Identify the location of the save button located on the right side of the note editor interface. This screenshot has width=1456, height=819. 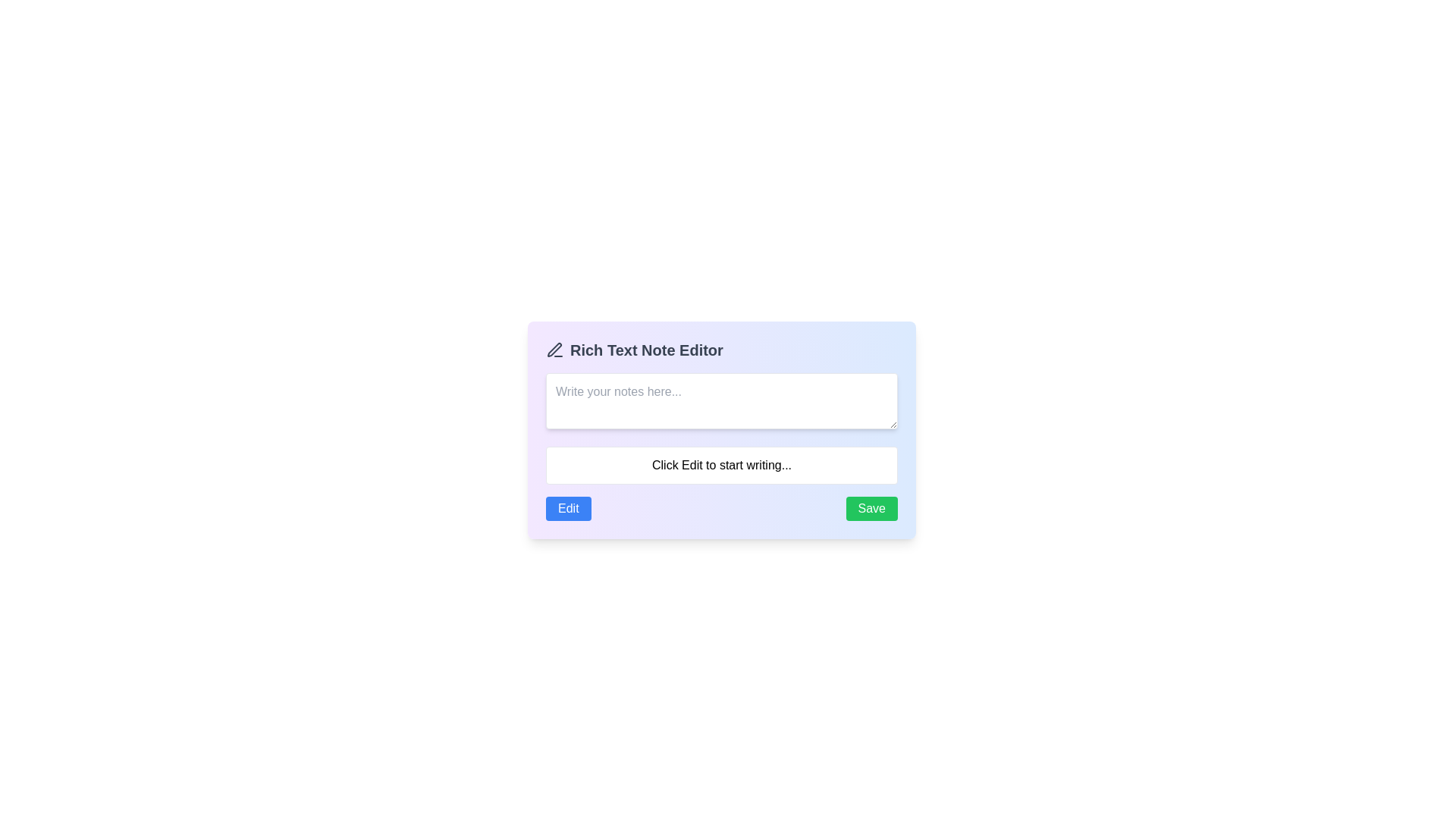
(871, 509).